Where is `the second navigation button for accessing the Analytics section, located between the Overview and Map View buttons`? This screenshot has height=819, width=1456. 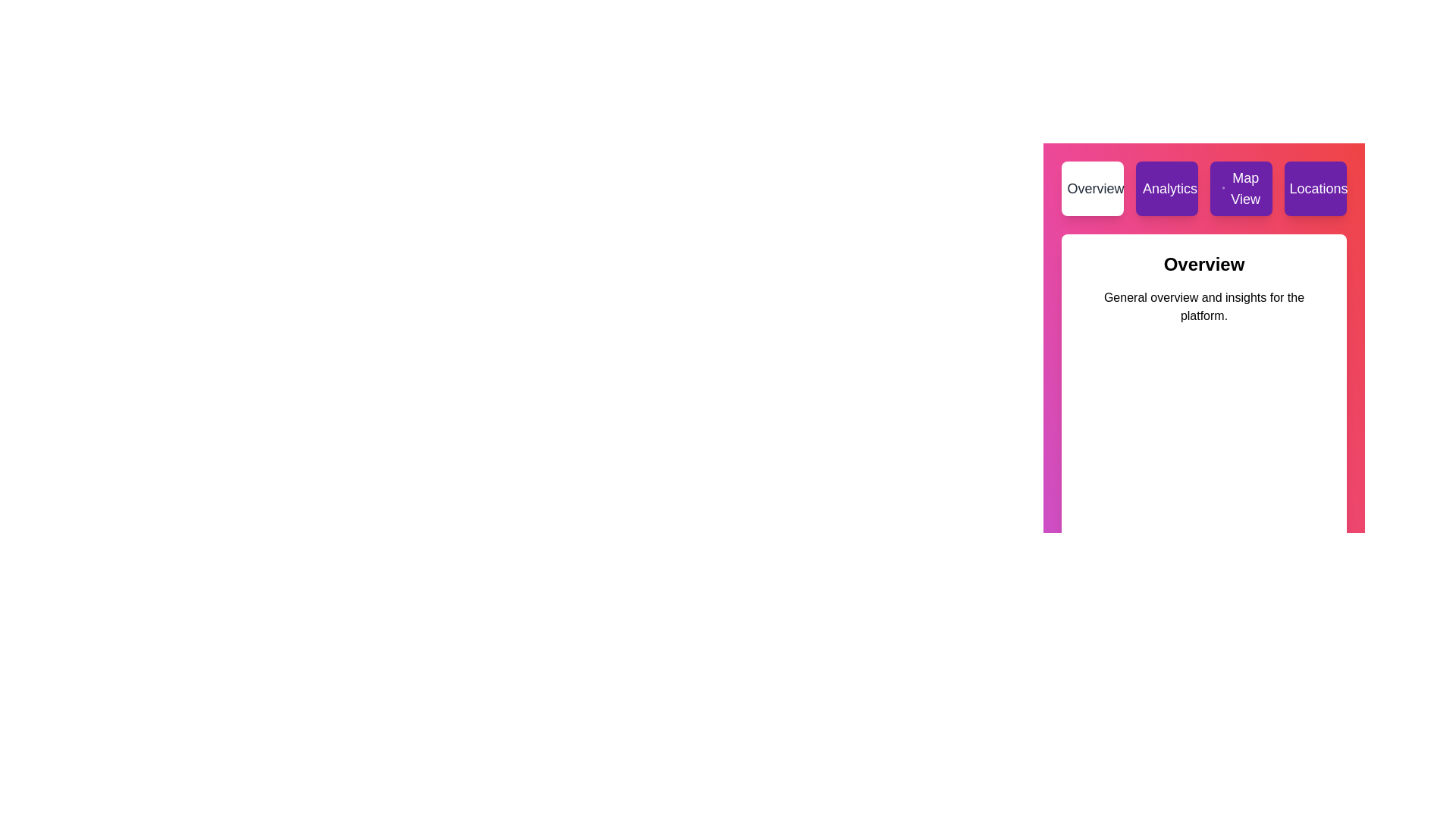
the second navigation button for accessing the Analytics section, located between the Overview and Map View buttons is located at coordinates (1169, 188).